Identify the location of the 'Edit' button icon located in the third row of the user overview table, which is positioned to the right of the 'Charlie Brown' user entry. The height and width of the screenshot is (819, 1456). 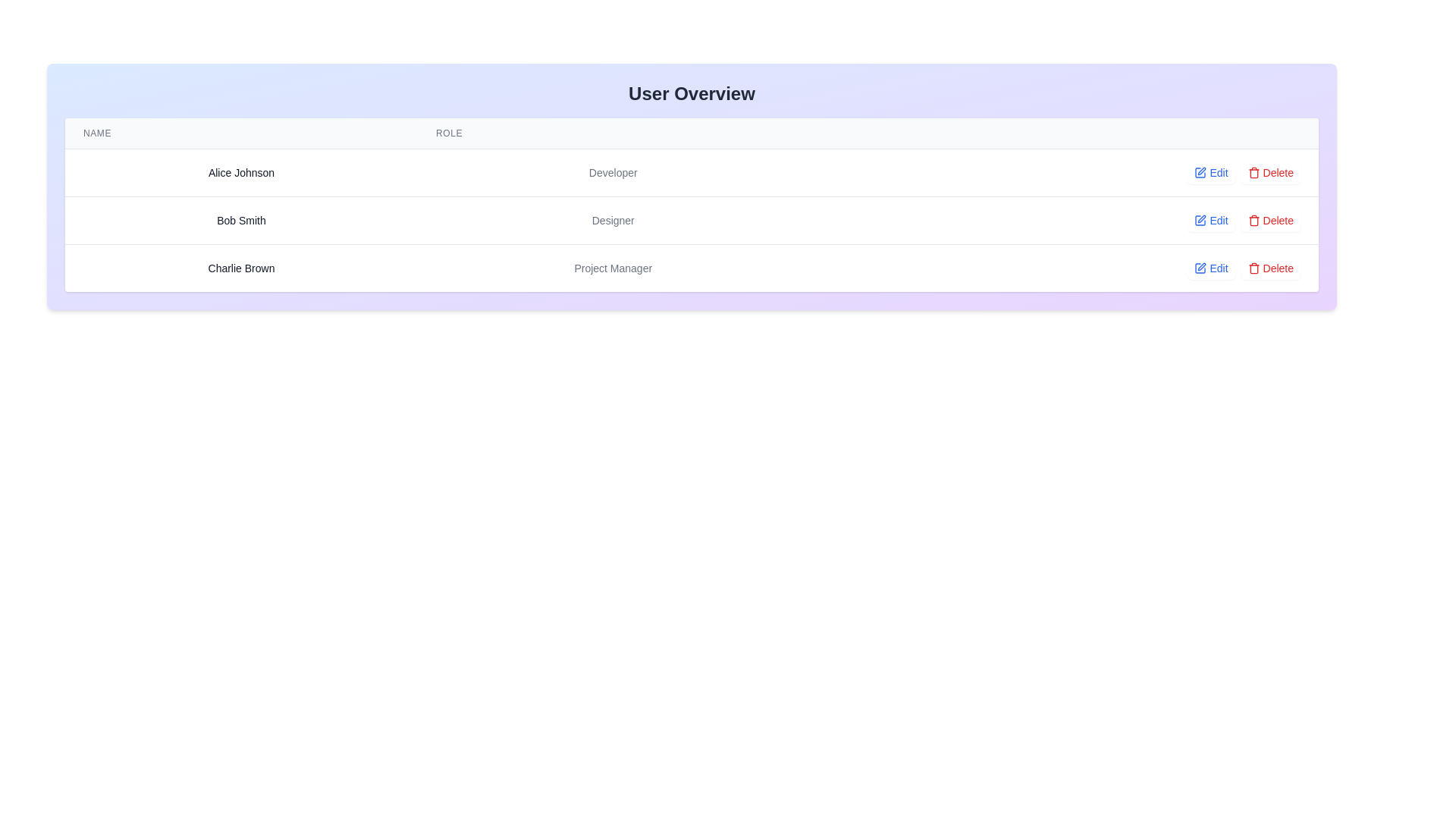
(1200, 268).